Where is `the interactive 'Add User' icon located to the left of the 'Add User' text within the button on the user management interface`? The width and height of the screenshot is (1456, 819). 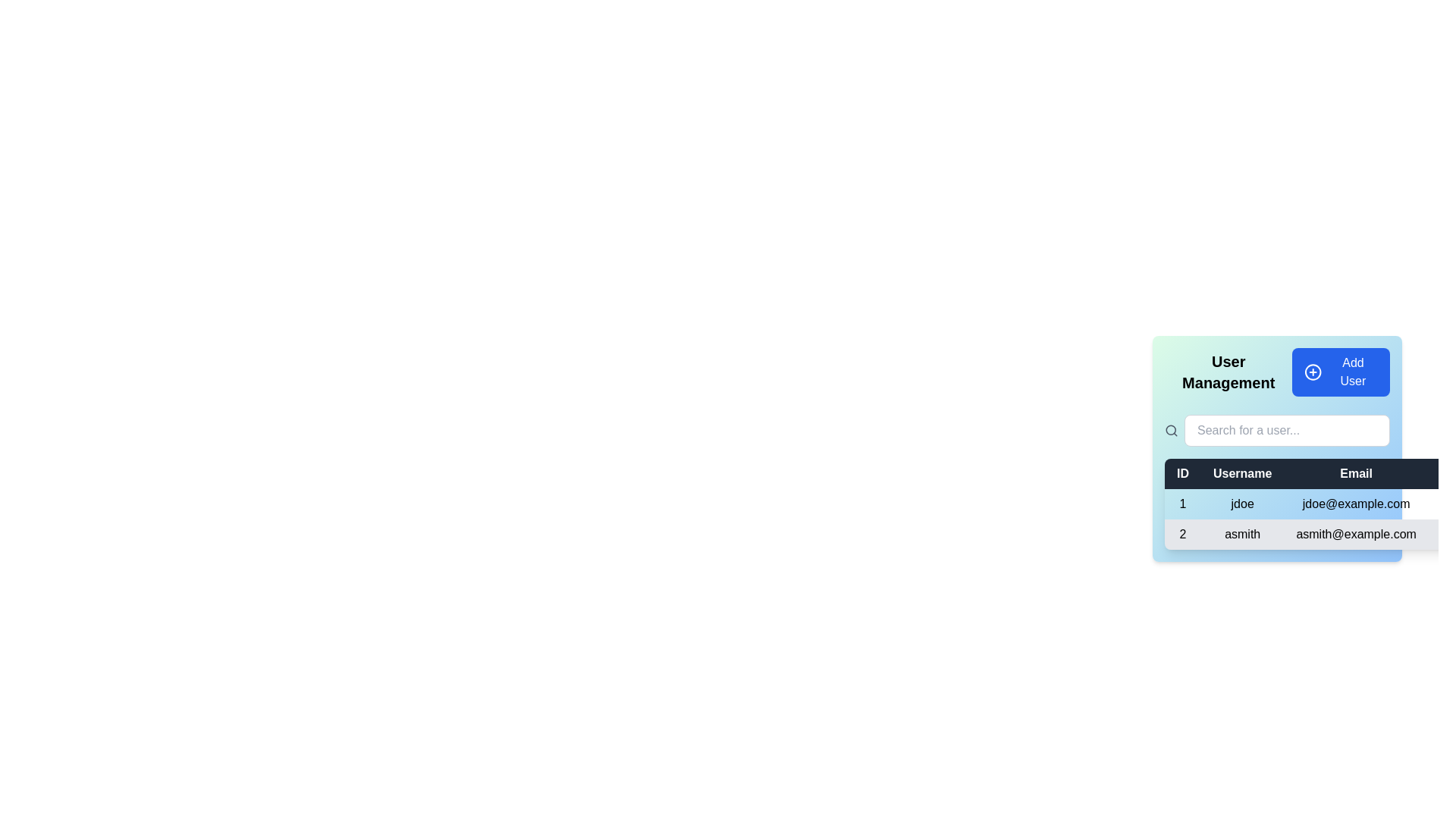
the interactive 'Add User' icon located to the left of the 'Add User' text within the button on the user management interface is located at coordinates (1313, 372).